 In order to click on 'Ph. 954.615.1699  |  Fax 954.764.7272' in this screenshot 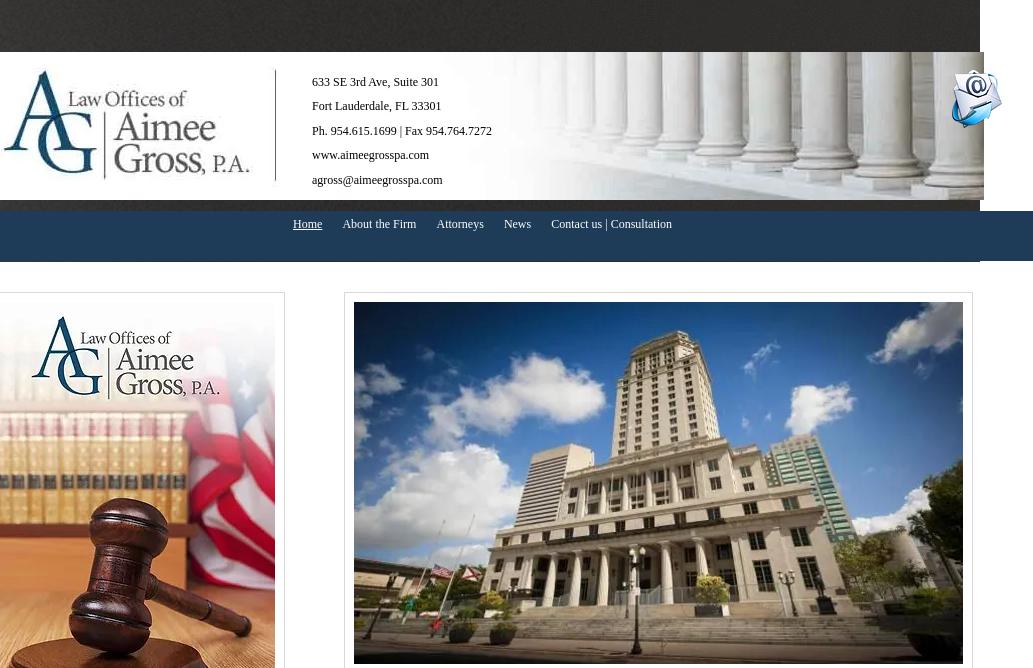, I will do `click(402, 128)`.